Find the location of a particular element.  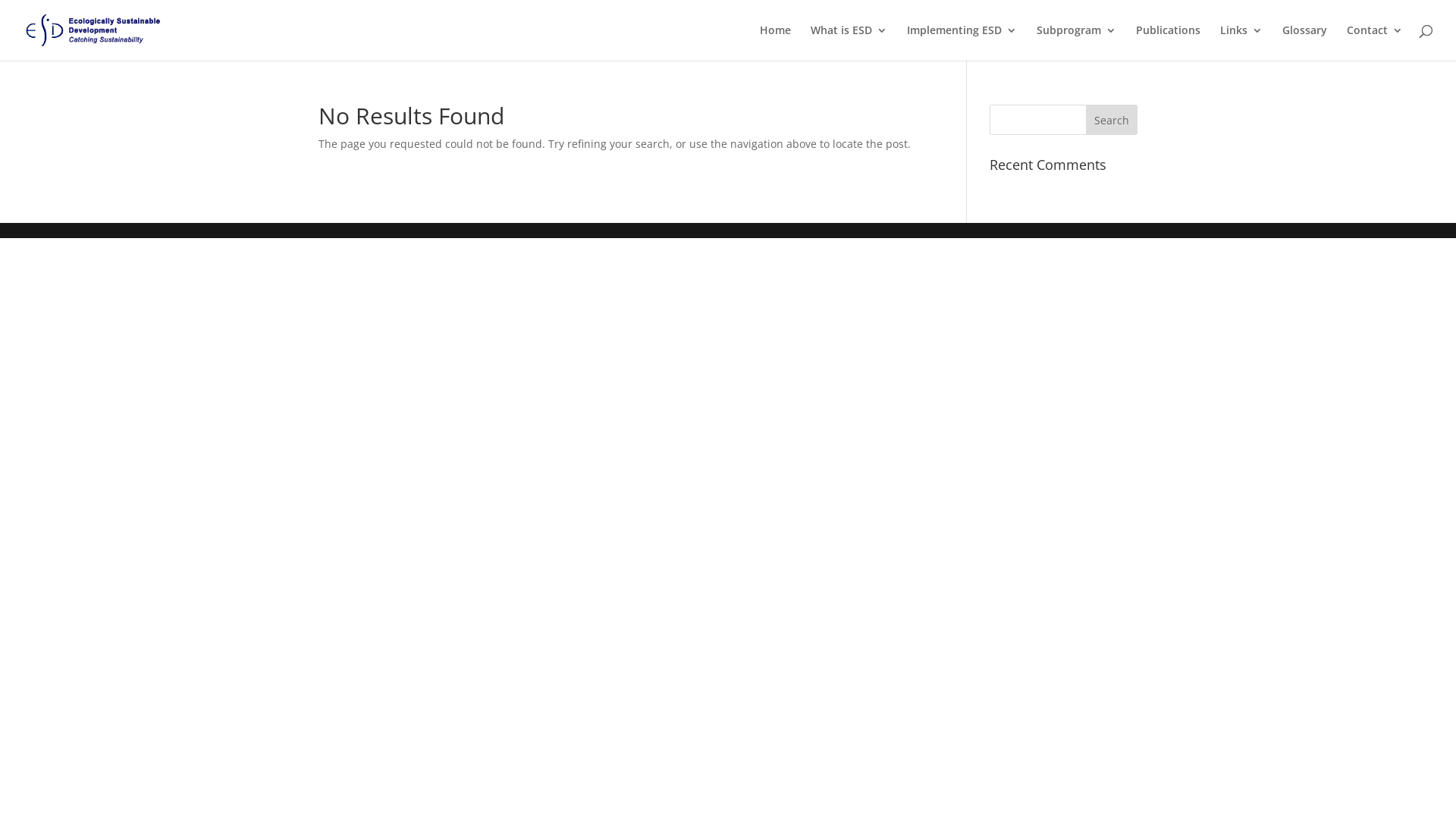

'What is ESD' is located at coordinates (848, 42).